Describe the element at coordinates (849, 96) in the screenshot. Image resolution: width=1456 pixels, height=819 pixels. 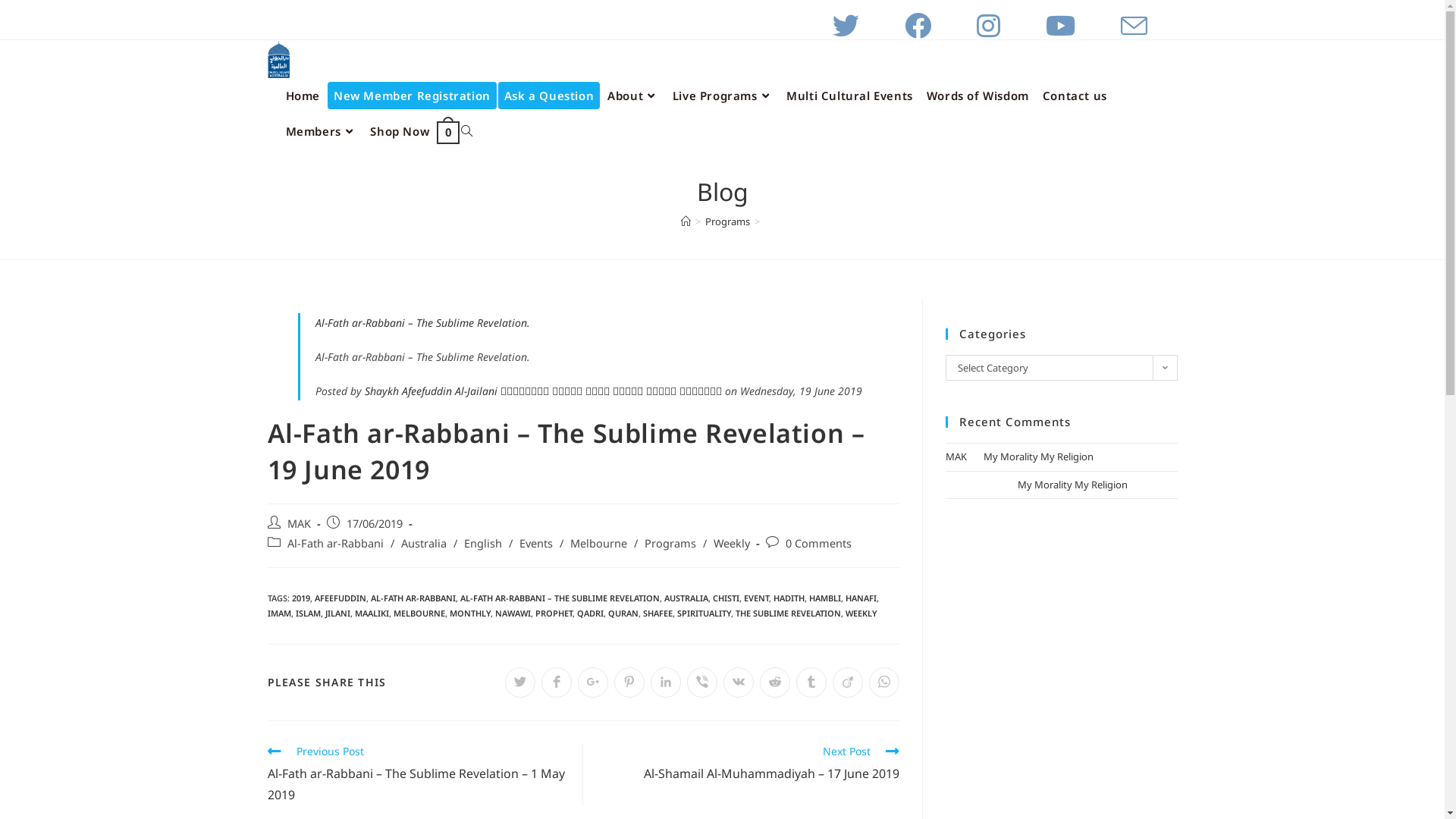
I see `'Multi Cultural Events'` at that location.